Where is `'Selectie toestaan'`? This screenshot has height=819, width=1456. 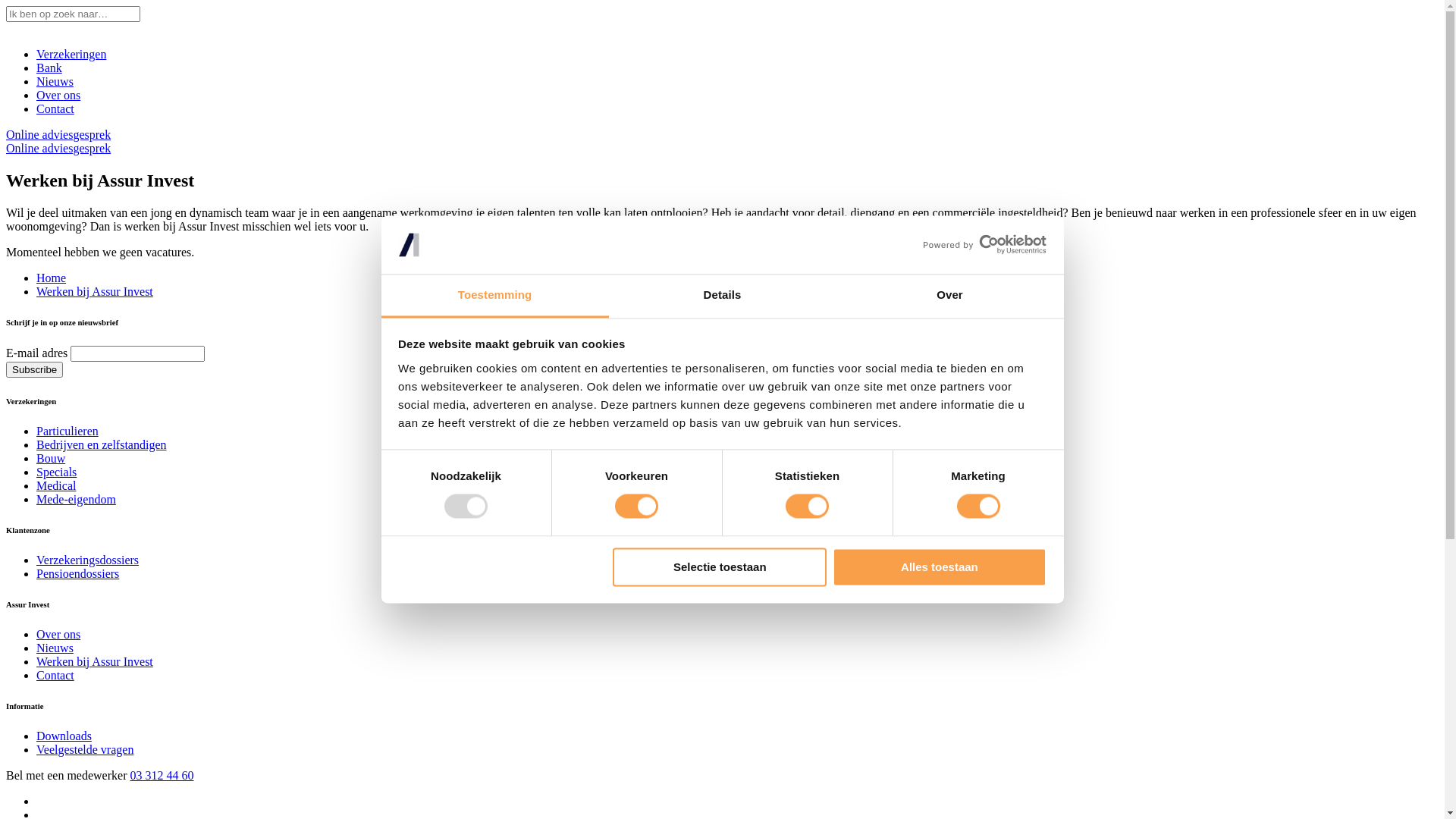
'Selectie toestaan' is located at coordinates (719, 566).